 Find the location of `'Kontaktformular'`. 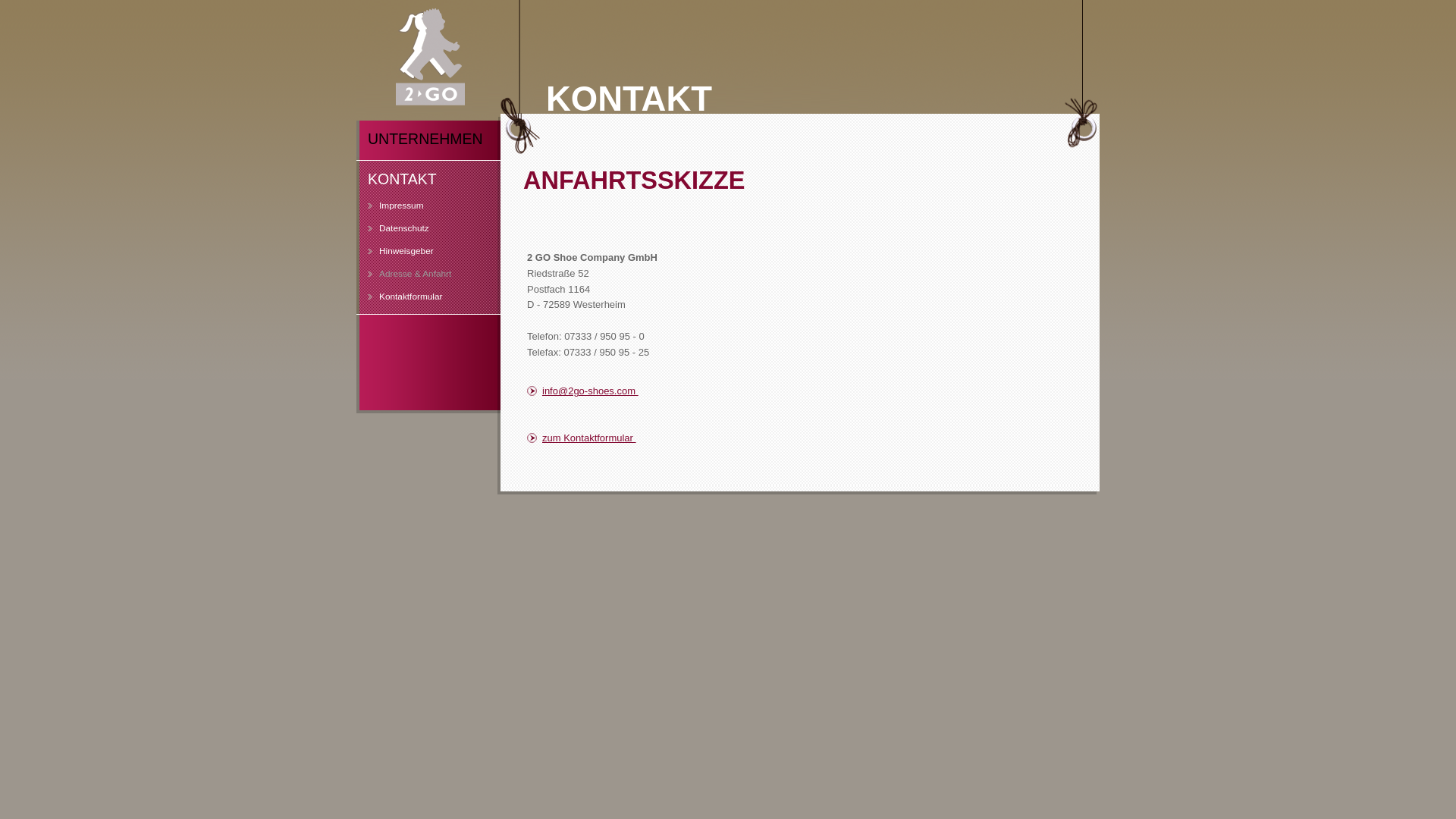

'Kontaktformular' is located at coordinates (356, 302).